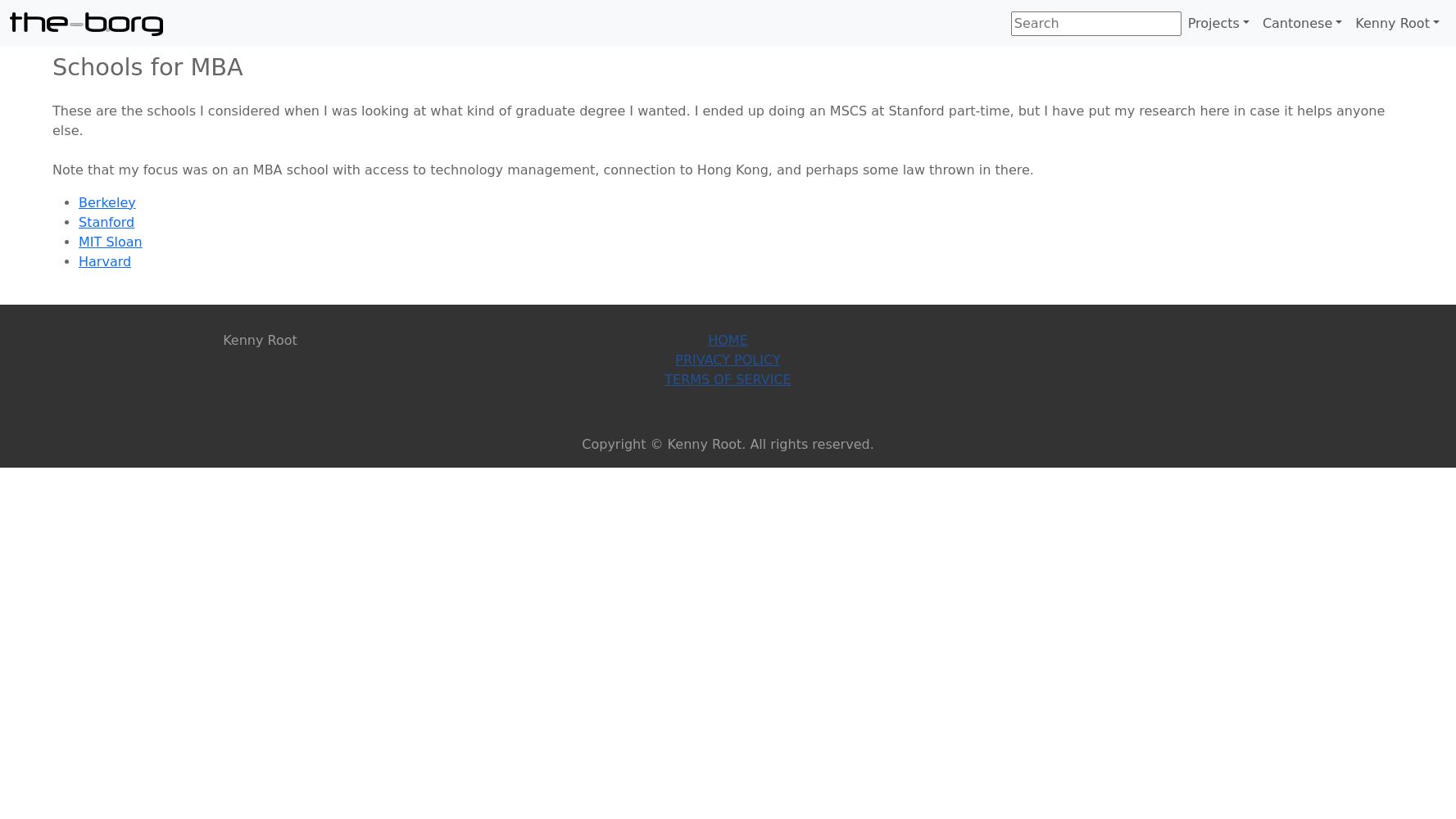 This screenshot has height=819, width=1456. Describe the element at coordinates (147, 66) in the screenshot. I see `'Schools for MBA'` at that location.